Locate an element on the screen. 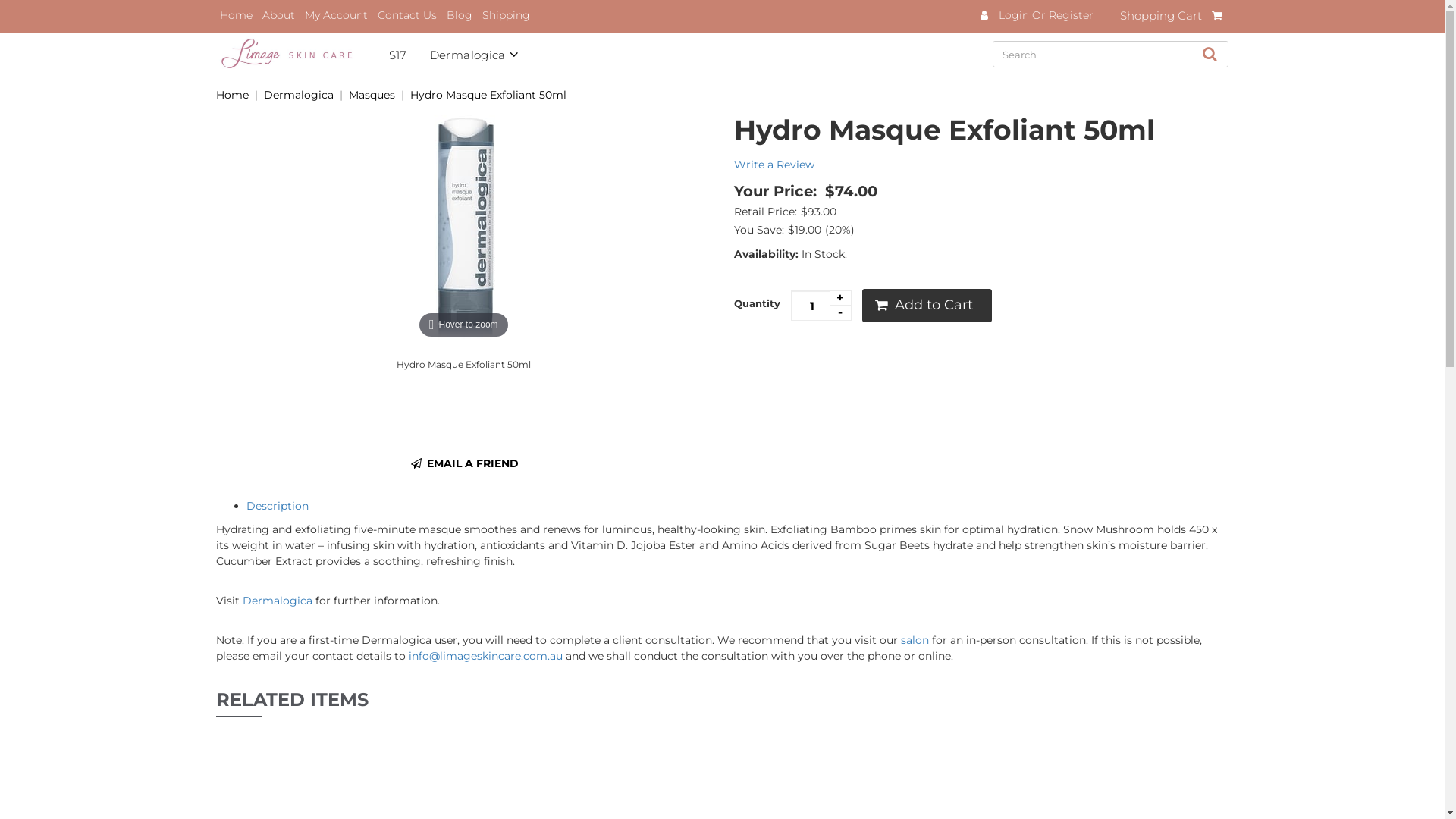 The width and height of the screenshot is (1456, 819). 'Description' is located at coordinates (246, 506).